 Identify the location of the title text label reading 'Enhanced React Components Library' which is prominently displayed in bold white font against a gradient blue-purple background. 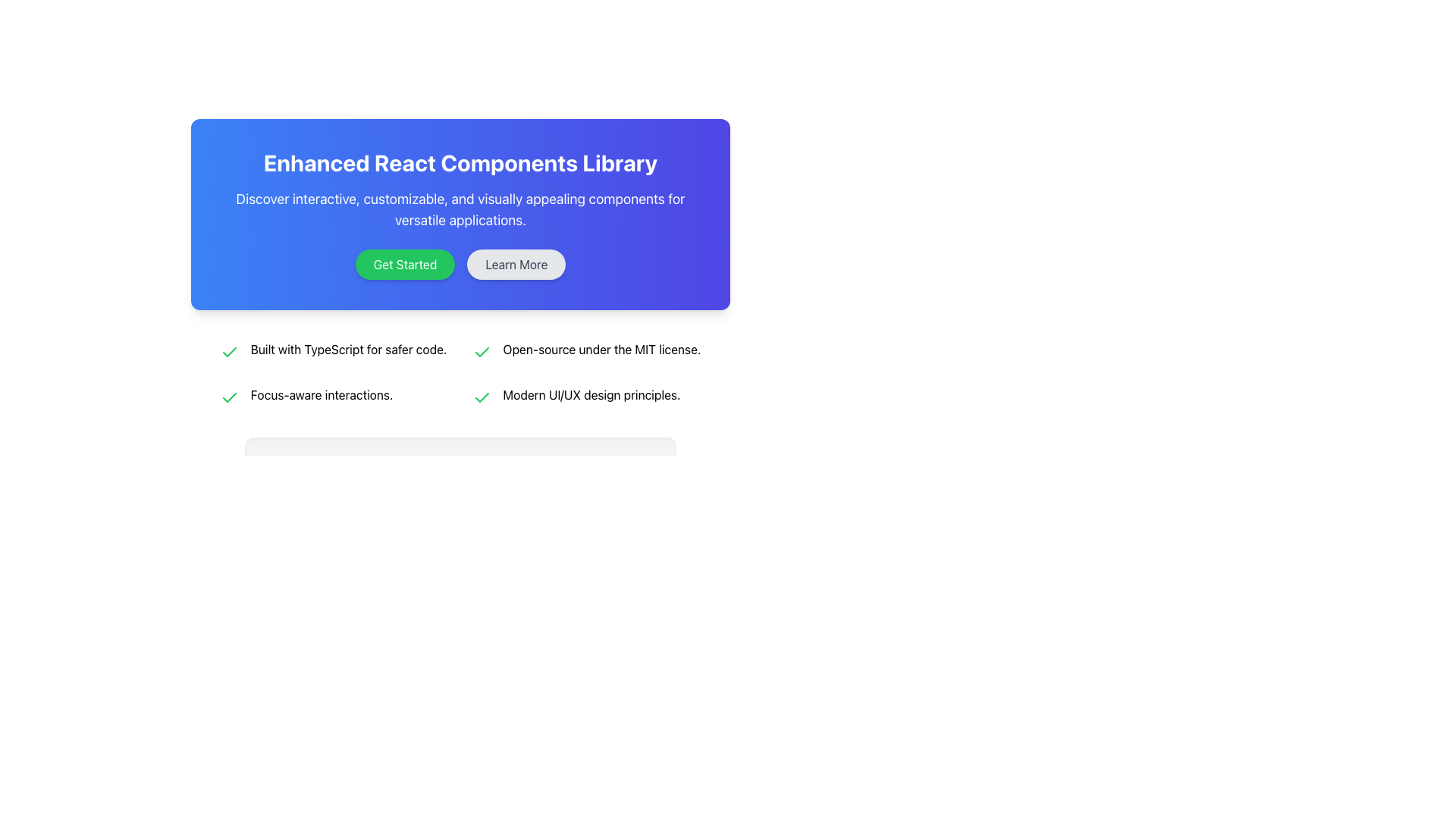
(460, 163).